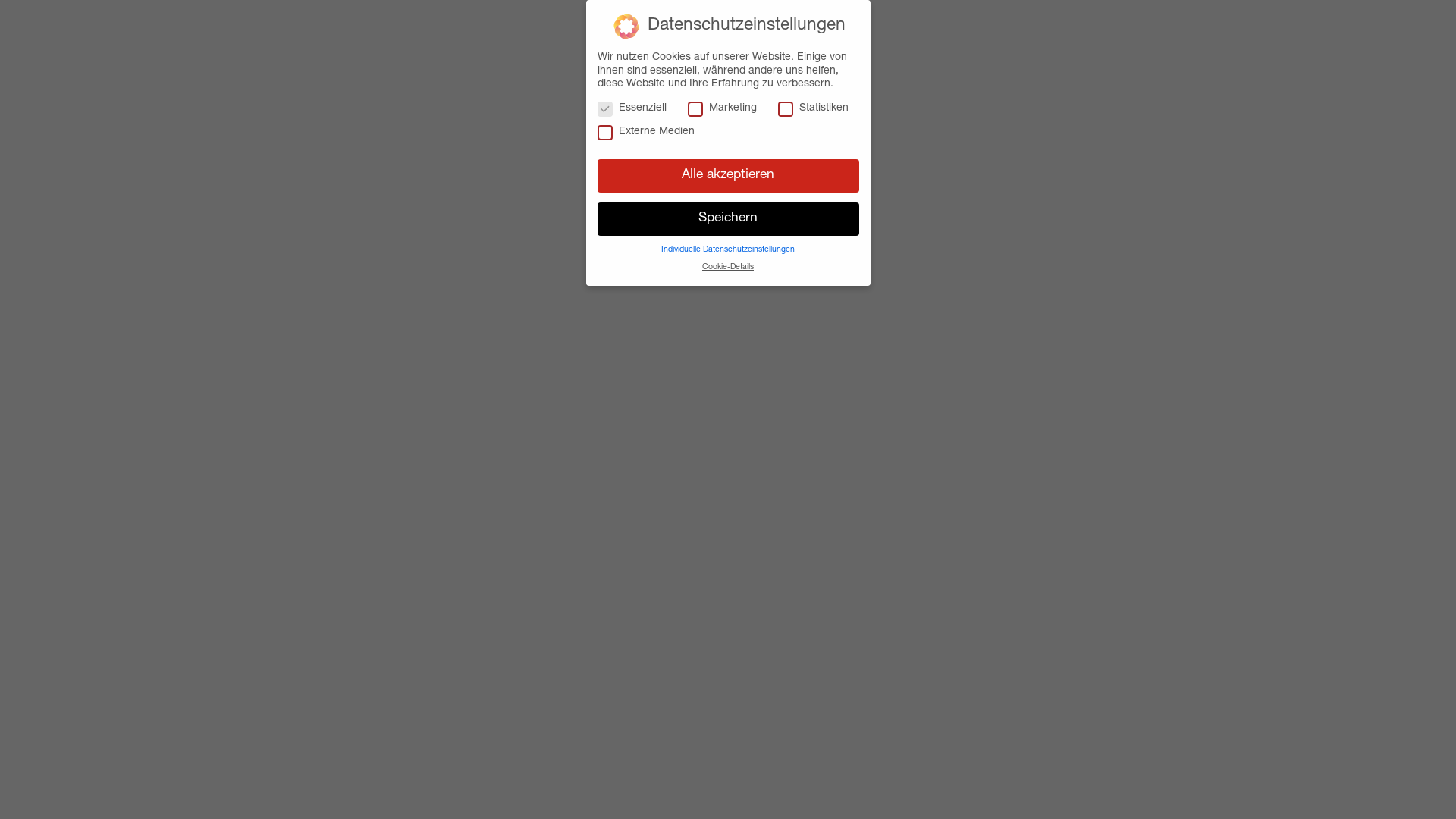 The width and height of the screenshot is (1456, 819). Describe the element at coordinates (728, 219) in the screenshot. I see `'Speichern'` at that location.